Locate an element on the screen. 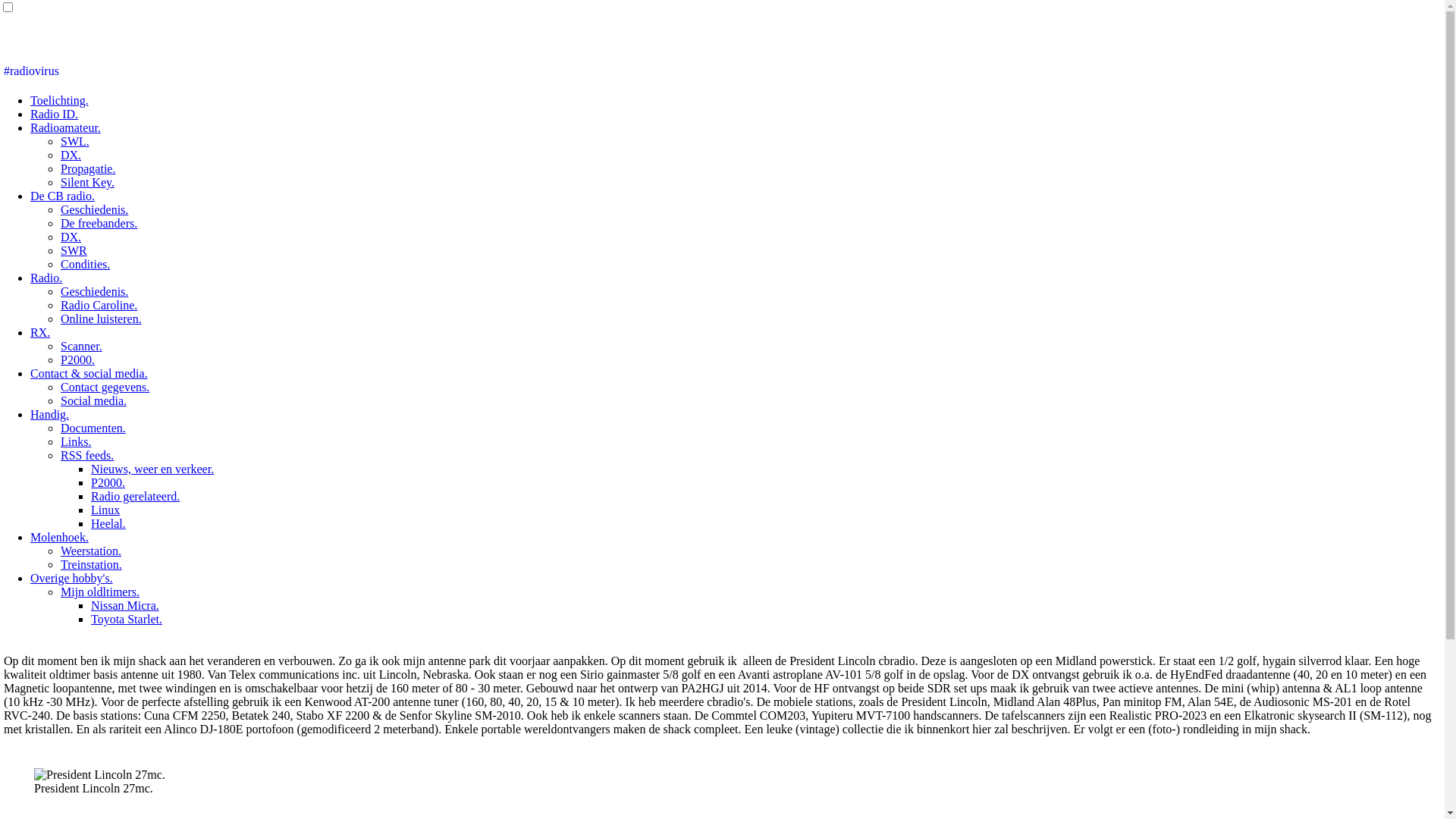 This screenshot has height=819, width=1456. 'Contact gegevens.' is located at coordinates (104, 386).